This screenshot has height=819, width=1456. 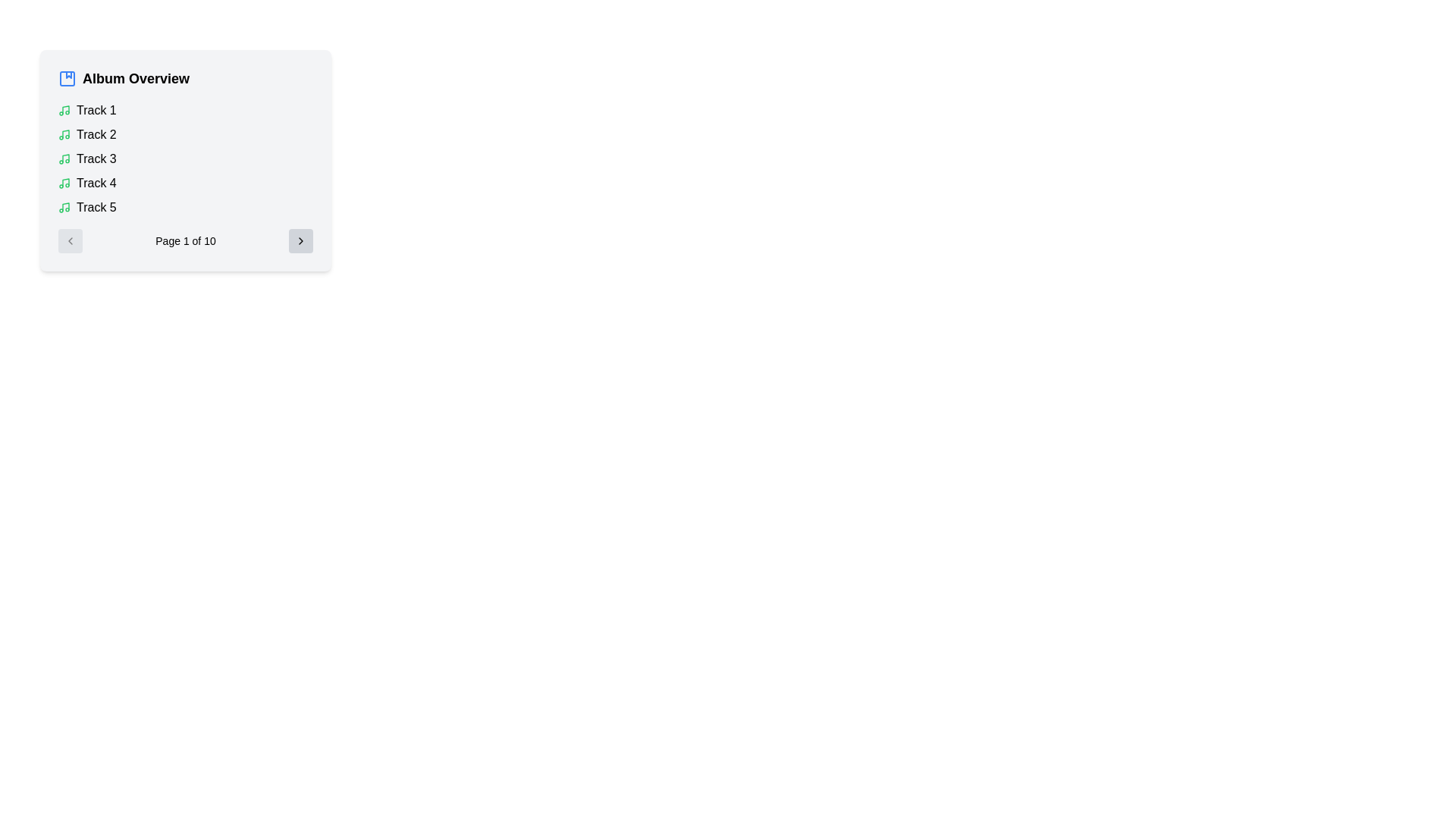 What do you see at coordinates (184, 110) in the screenshot?
I see `the interactive list item labeled 'Track 1' in the 'Album Overview' section for interaction` at bounding box center [184, 110].